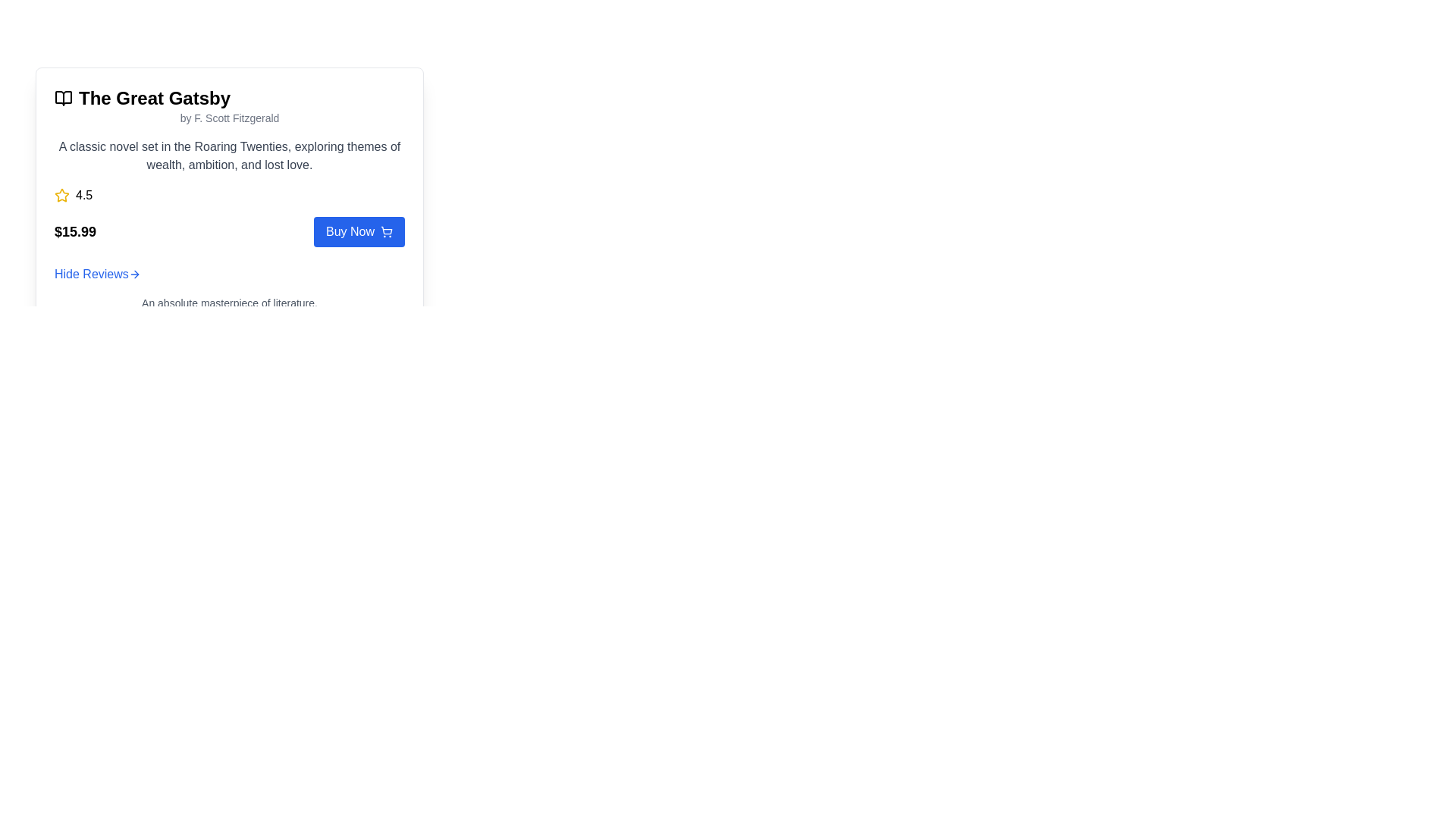 The height and width of the screenshot is (819, 1456). What do you see at coordinates (61, 194) in the screenshot?
I see `the star icon that visually represents a numerical rating, located to the left of the numeric rating text ('4.5')` at bounding box center [61, 194].